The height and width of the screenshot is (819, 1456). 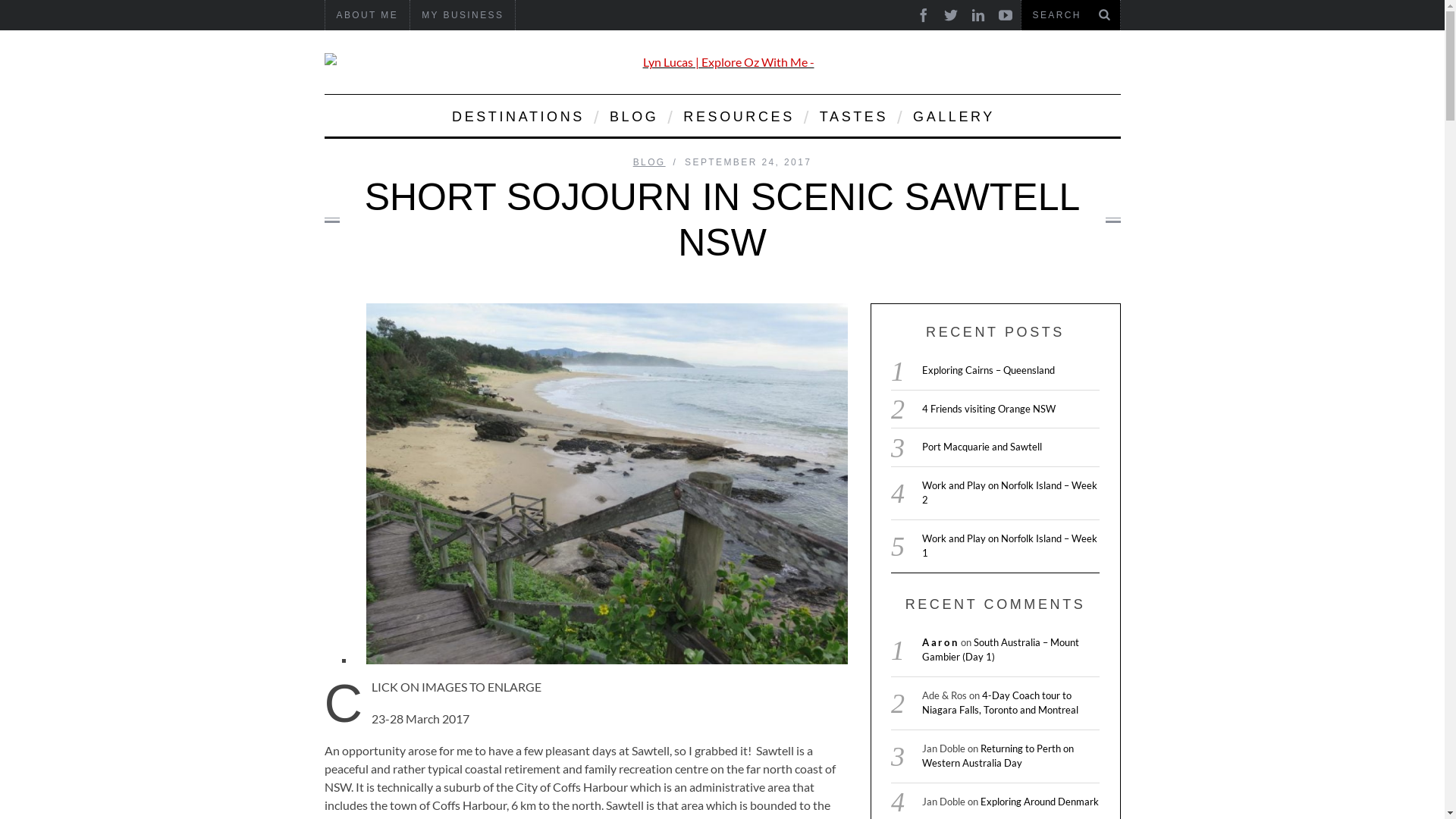 What do you see at coordinates (632, 115) in the screenshot?
I see `'BLOG'` at bounding box center [632, 115].